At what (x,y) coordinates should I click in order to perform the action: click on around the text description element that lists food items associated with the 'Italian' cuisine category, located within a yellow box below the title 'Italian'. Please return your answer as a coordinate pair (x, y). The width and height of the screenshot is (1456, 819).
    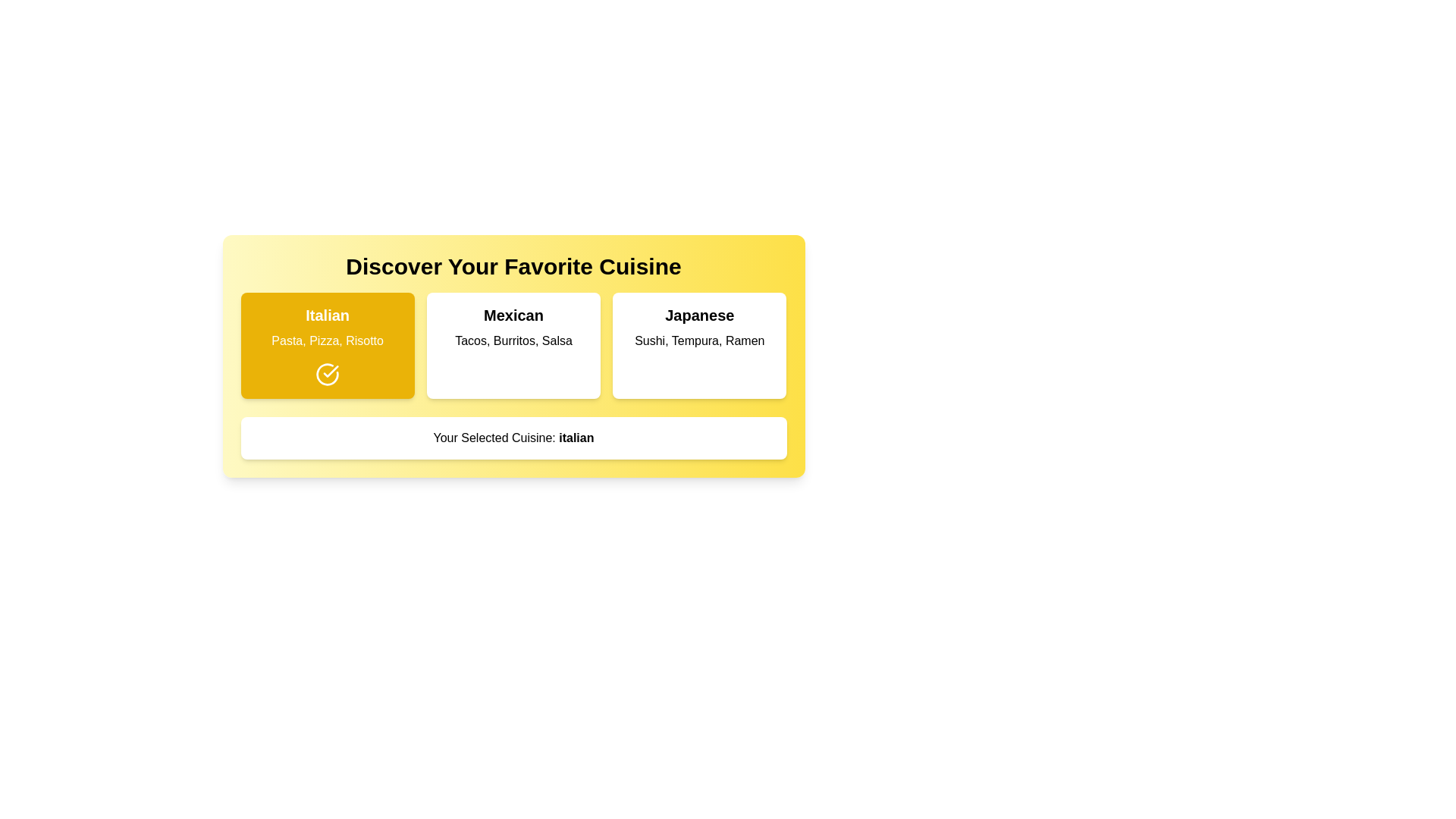
    Looking at the image, I should click on (327, 341).